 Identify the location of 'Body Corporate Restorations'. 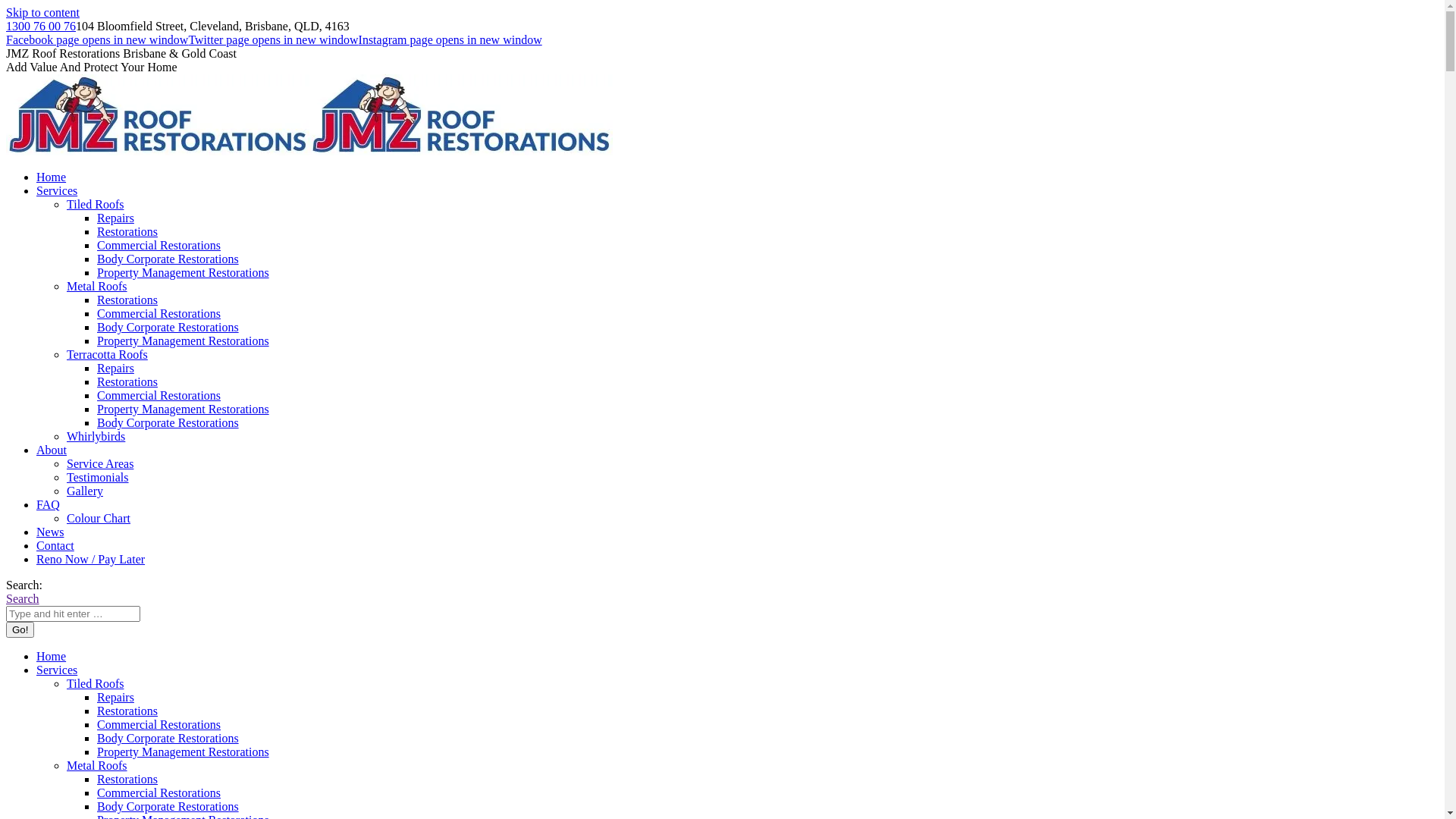
(168, 326).